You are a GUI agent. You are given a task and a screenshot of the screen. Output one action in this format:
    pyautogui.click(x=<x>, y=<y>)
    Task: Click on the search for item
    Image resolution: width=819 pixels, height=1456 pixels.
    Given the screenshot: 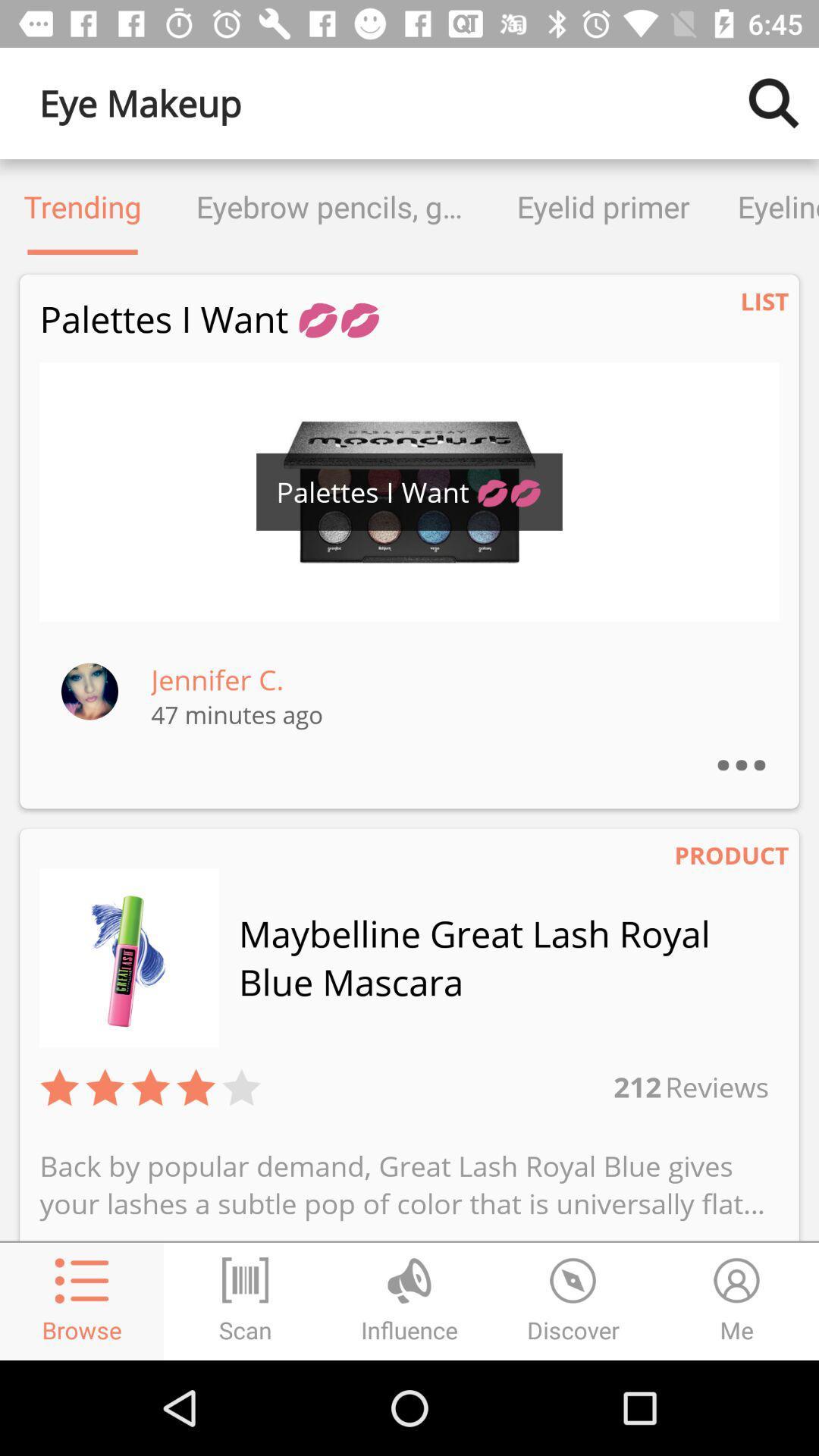 What is the action you would take?
    pyautogui.click(x=773, y=102)
    